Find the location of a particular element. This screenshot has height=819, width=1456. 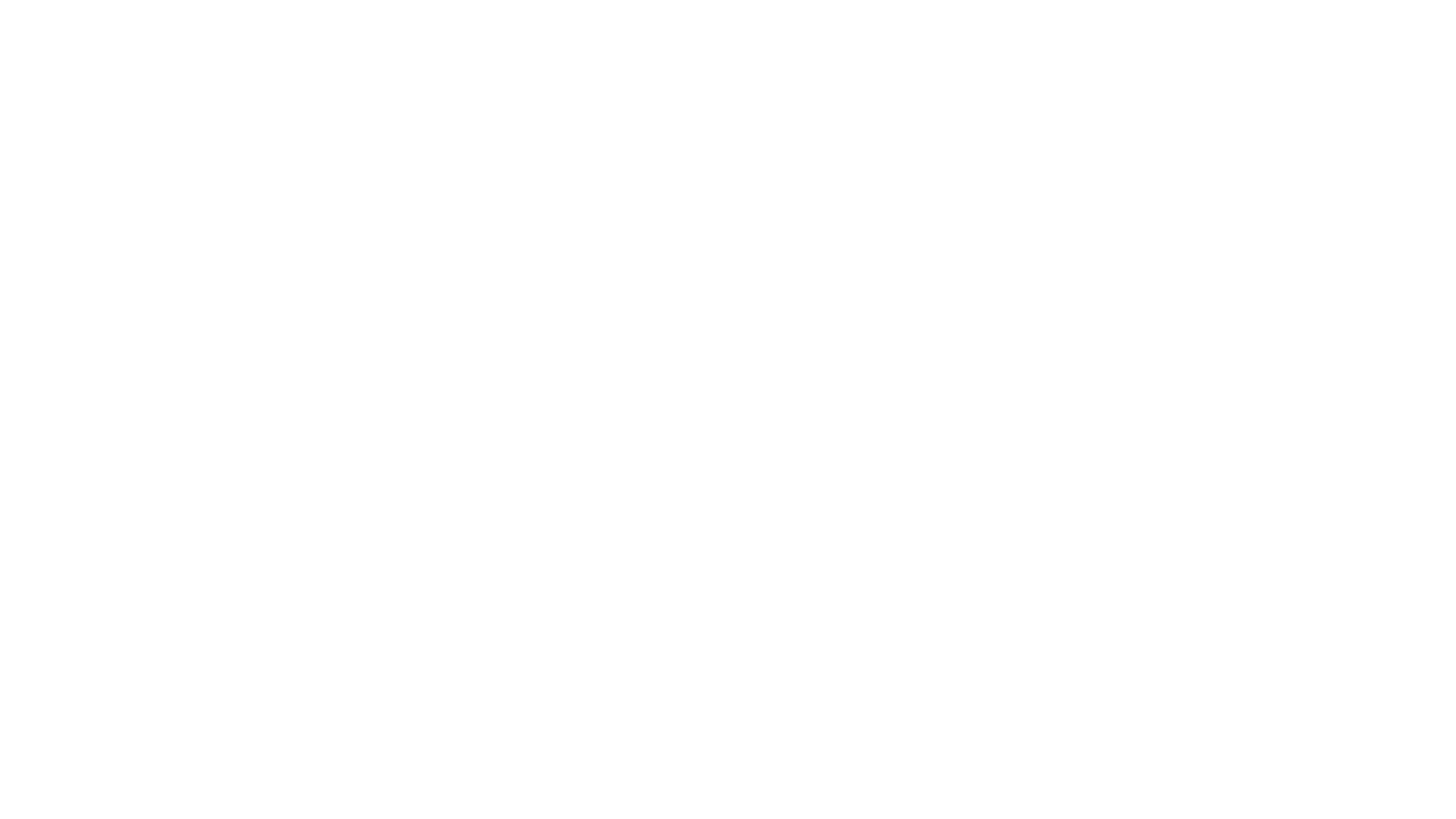

Cookies Settings is located at coordinates (1301, 760).